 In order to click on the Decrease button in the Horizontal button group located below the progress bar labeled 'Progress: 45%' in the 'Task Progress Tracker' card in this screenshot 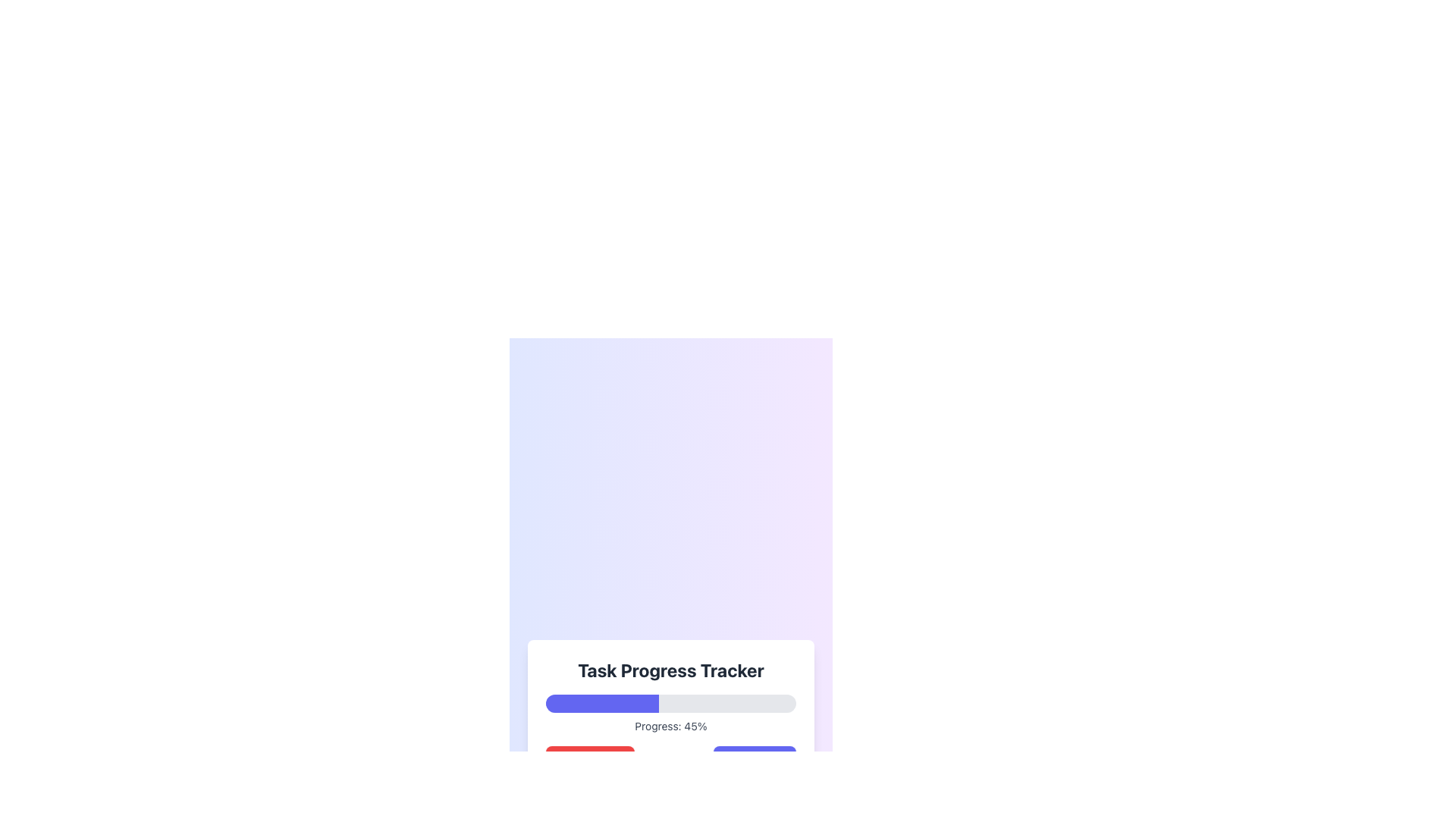, I will do `click(670, 761)`.